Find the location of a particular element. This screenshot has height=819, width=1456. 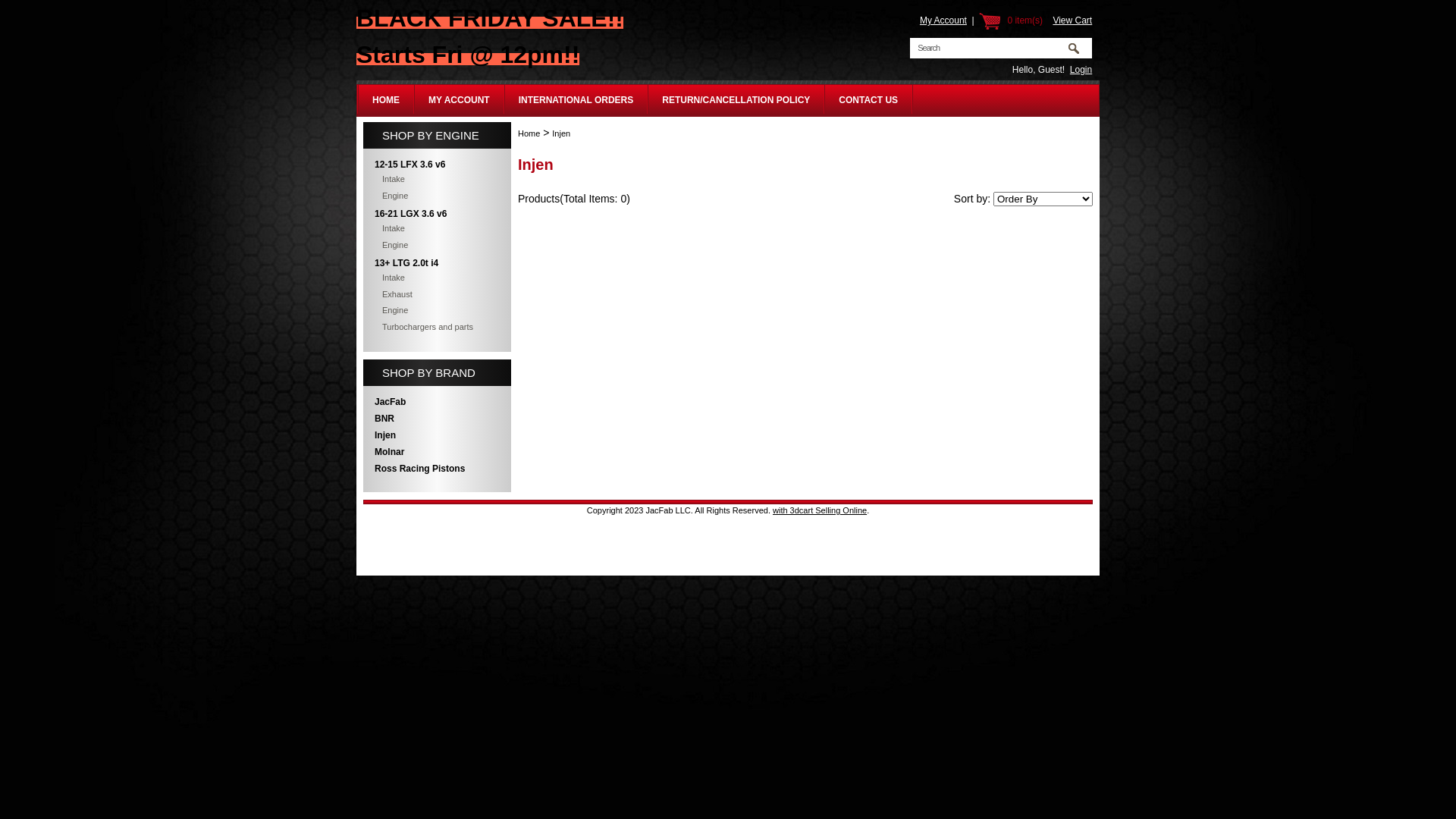

'MY ACCOUNT' is located at coordinates (458, 99).